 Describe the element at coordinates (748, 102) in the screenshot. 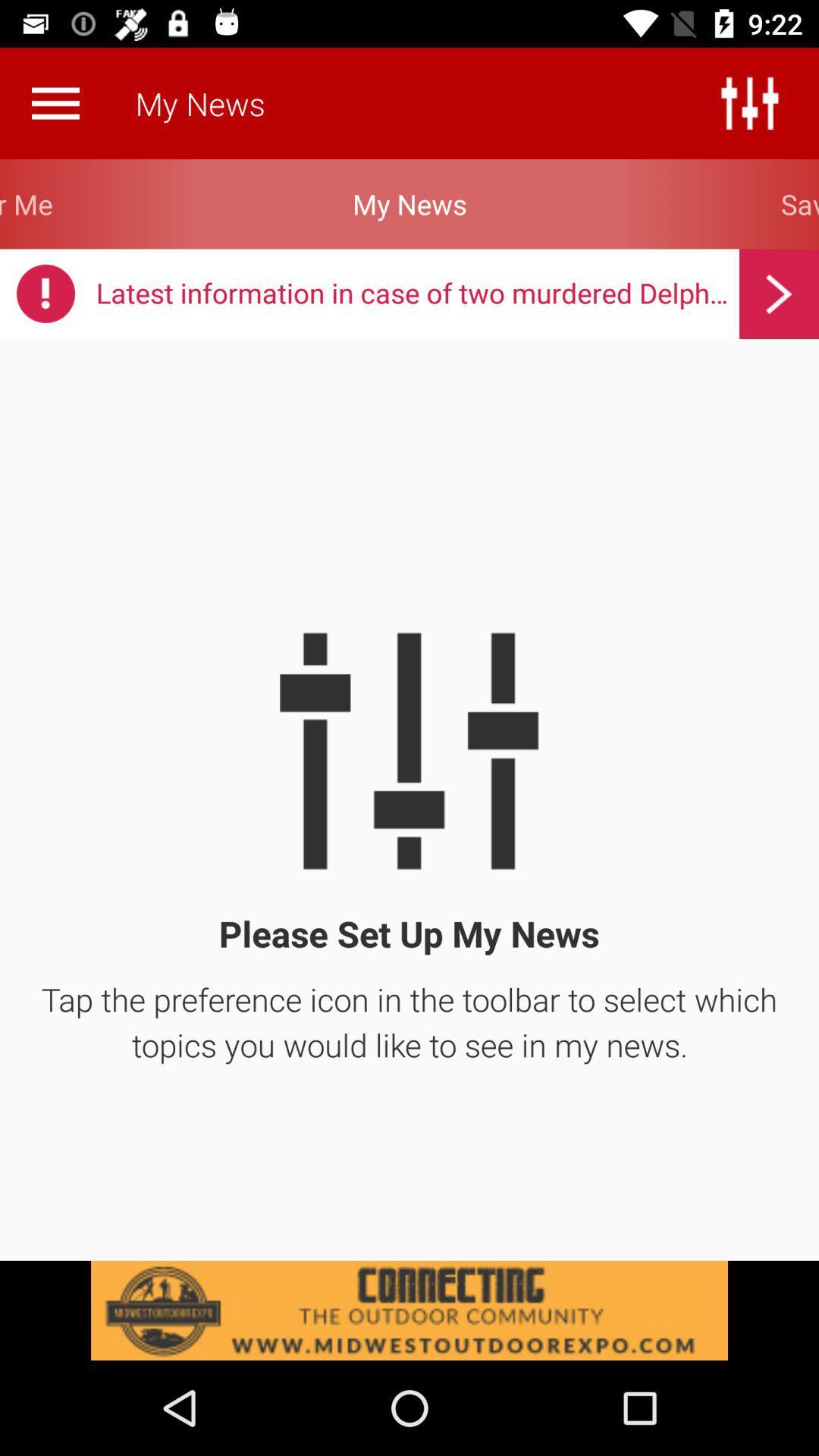

I see `the button at the top right corner of the page` at that location.